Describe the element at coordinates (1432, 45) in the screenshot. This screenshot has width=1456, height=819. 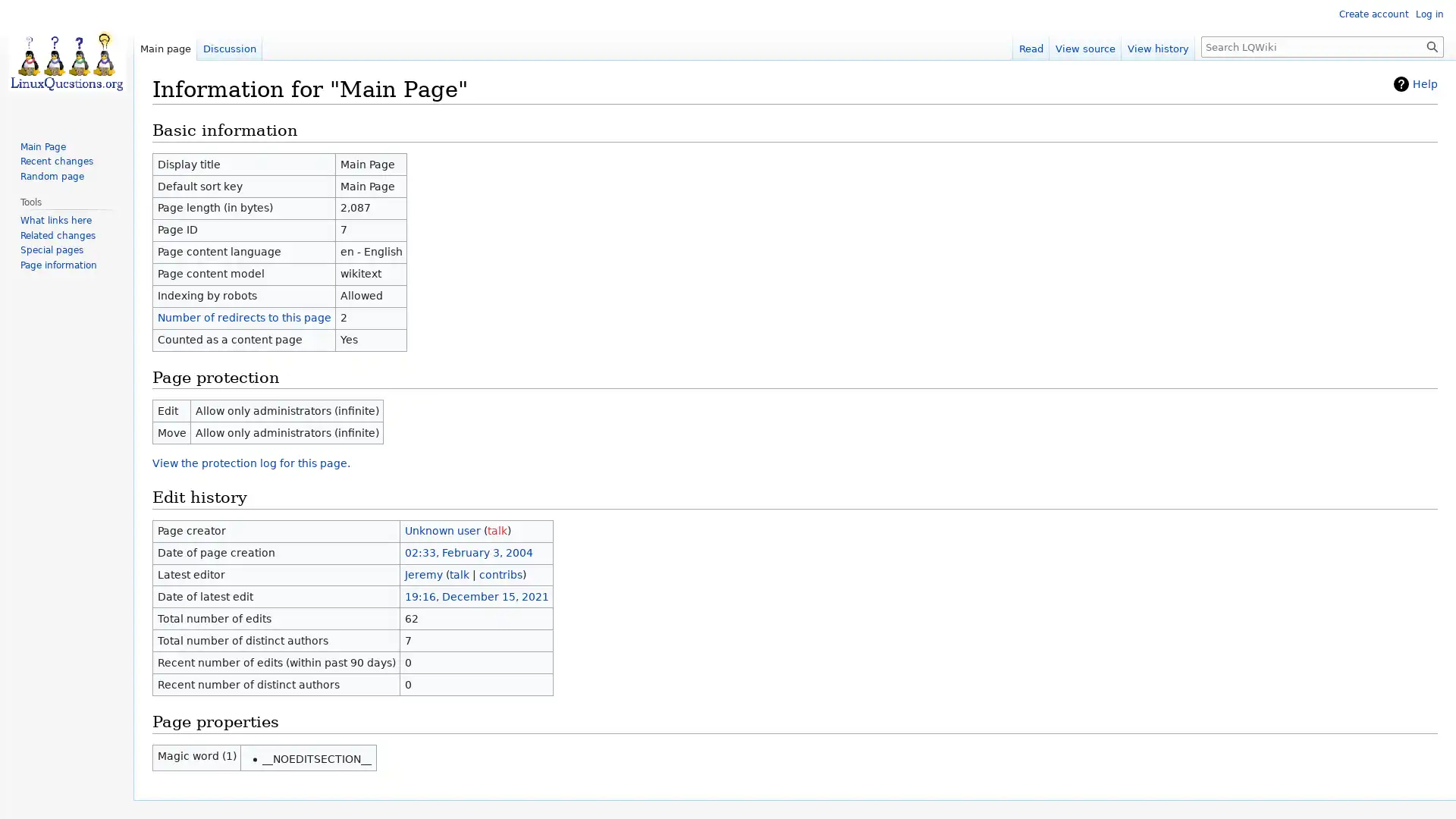
I see `Search` at that location.